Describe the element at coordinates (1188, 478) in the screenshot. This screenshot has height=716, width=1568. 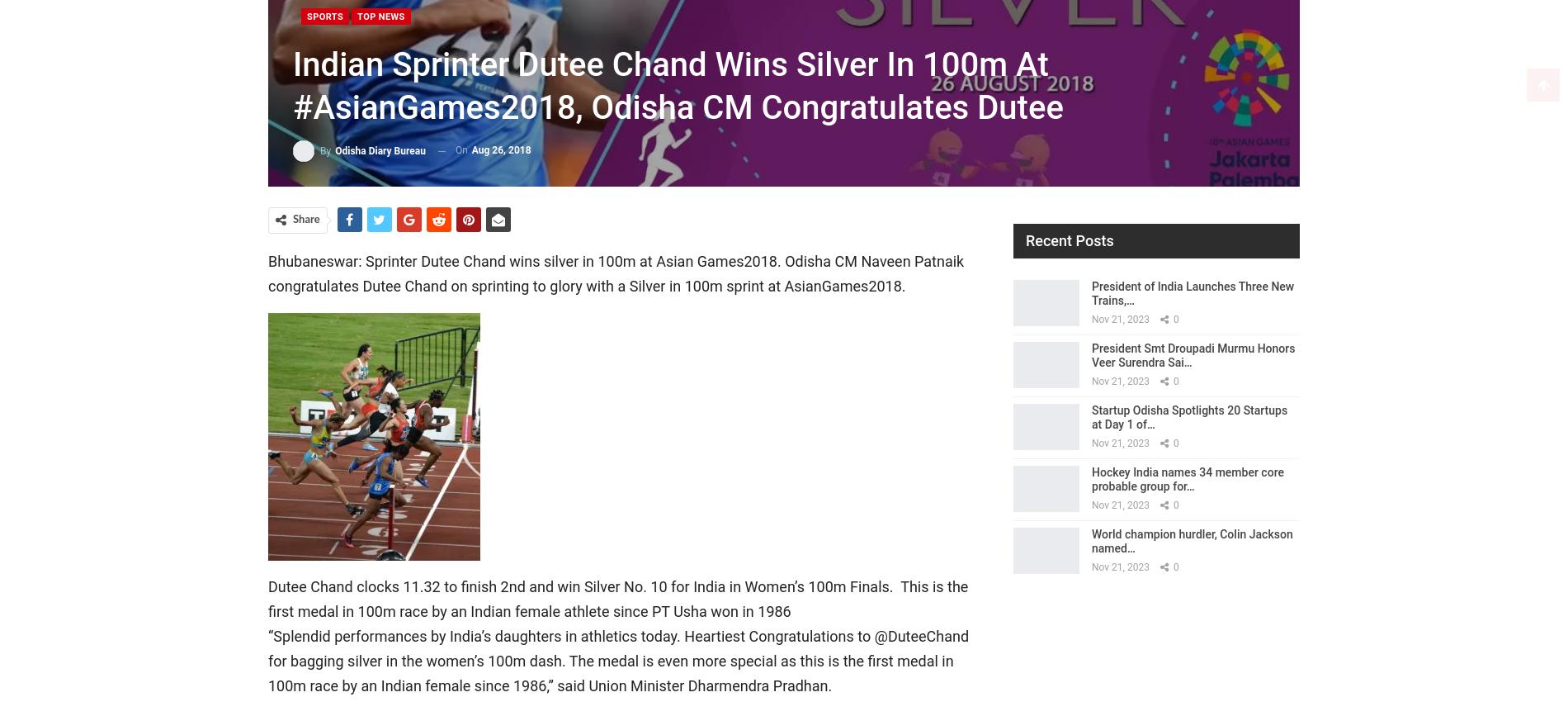
I see `'Hockey India names 34 member core probable group for…'` at that location.